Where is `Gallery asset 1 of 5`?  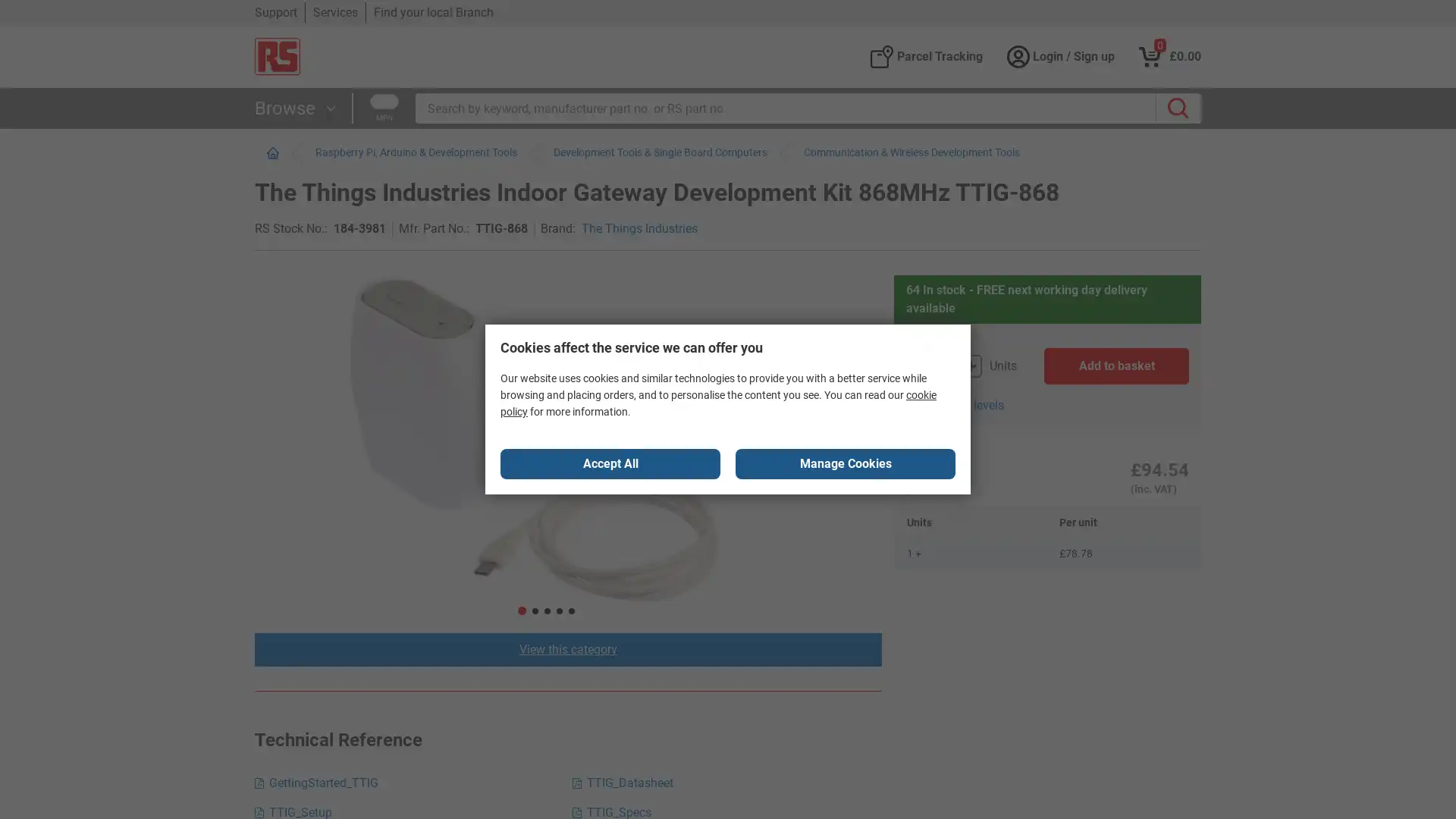
Gallery asset 1 of 5 is located at coordinates (297, 328).